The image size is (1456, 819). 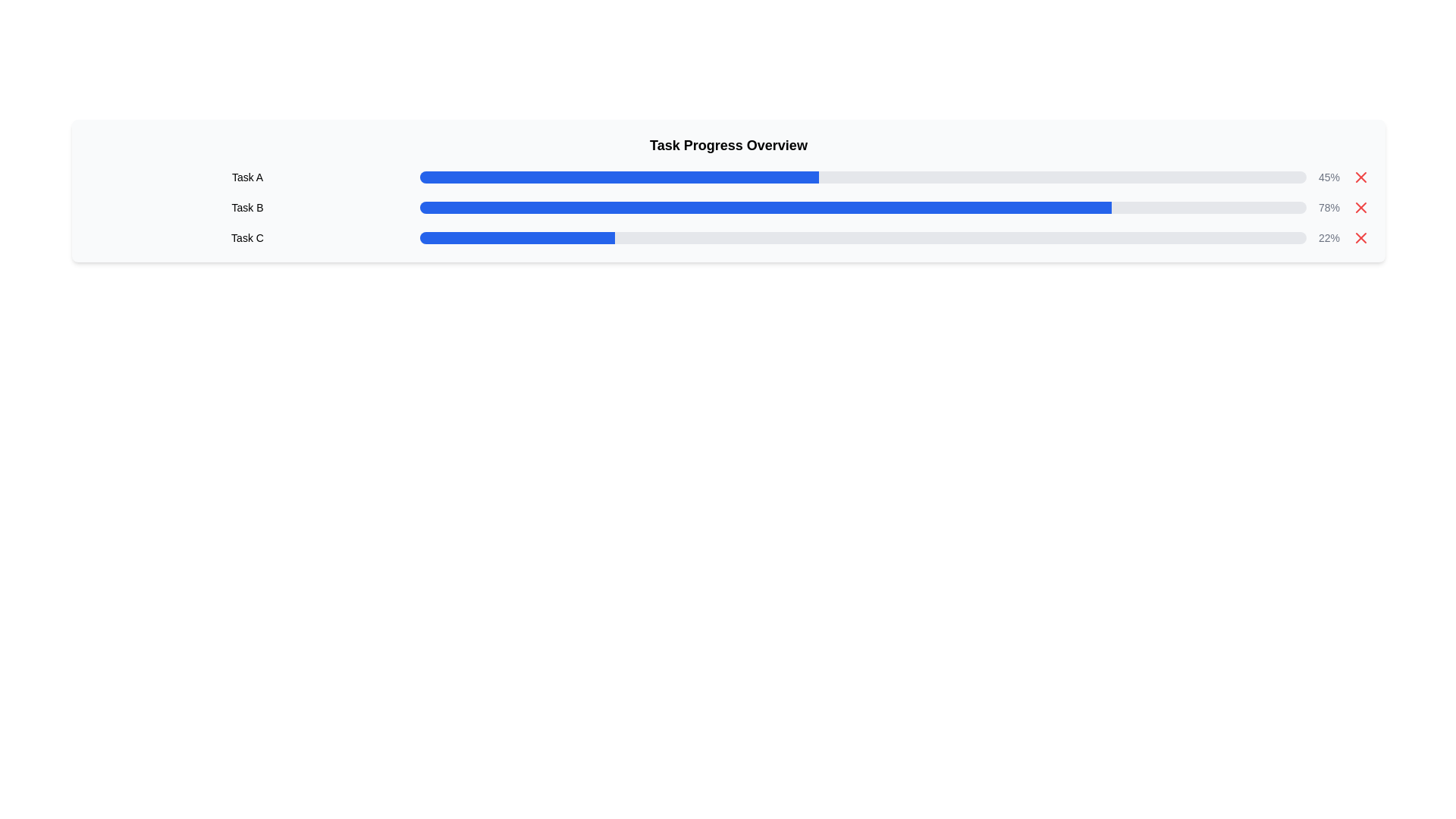 I want to click on the small red 'X' icon located at the rightmost side of the row representing 'Task B', so click(x=1361, y=207).